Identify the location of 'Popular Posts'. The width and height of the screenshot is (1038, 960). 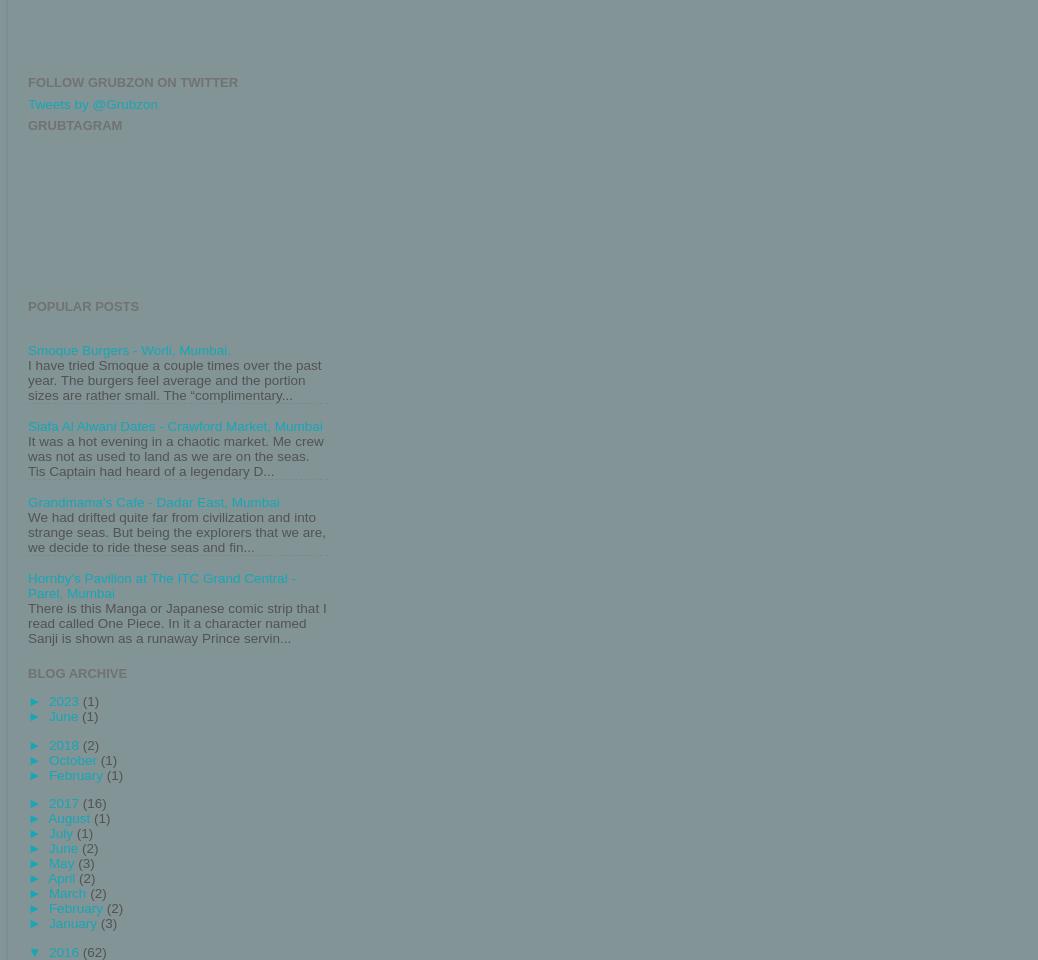
(82, 306).